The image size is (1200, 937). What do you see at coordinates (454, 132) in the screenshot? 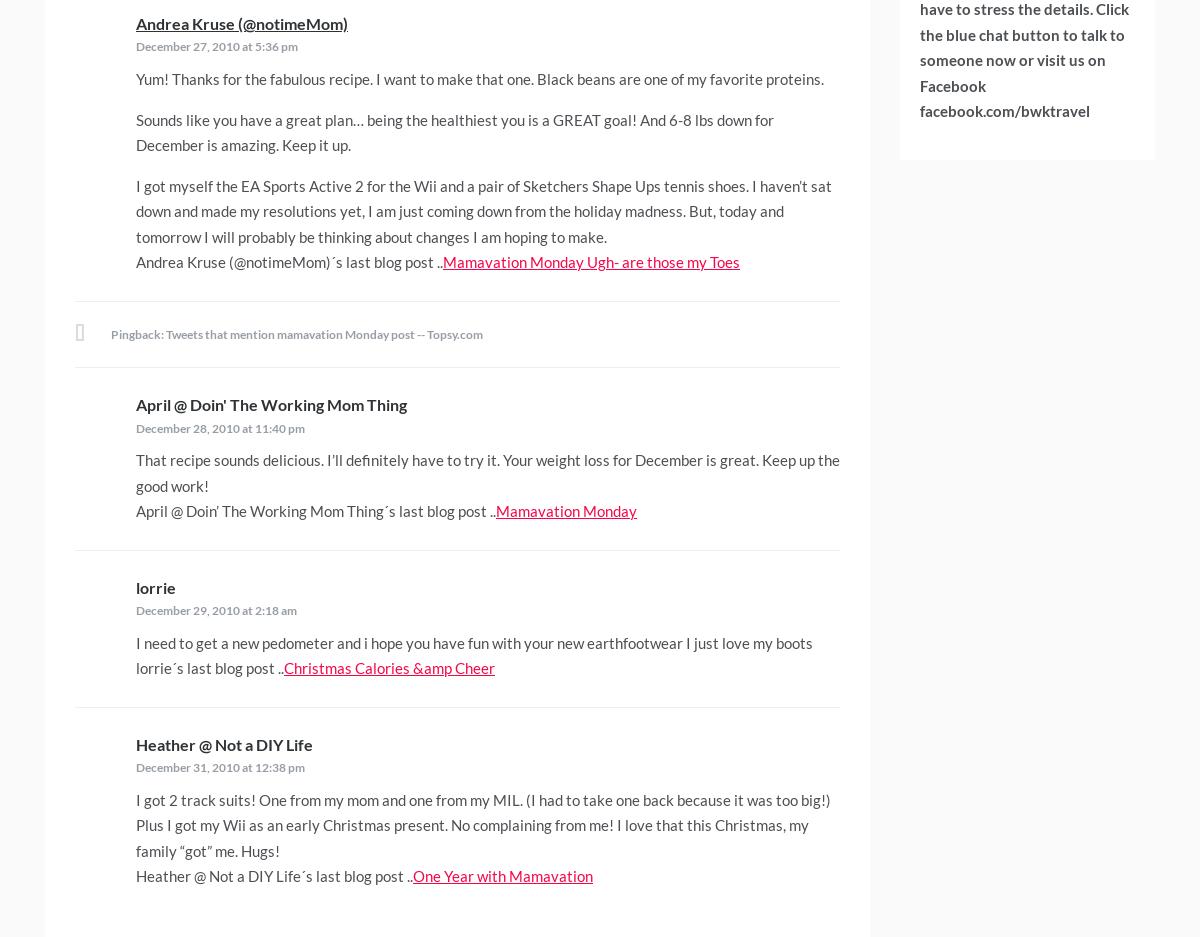
I see `'Sounds like you have a great plan… being the healthiest you is a GREAT goal! And 6-8 lbs down for December is amazing. Keep it up.'` at bounding box center [454, 132].